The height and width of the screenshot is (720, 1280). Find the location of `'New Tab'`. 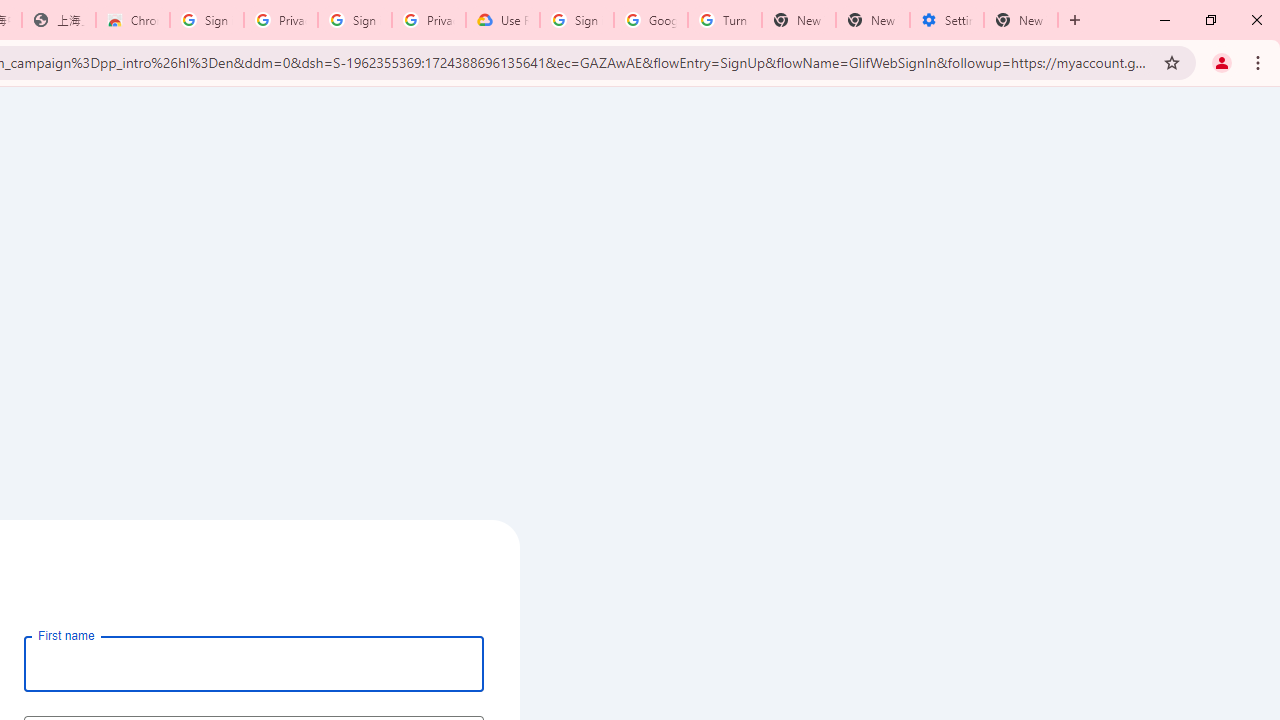

'New Tab' is located at coordinates (1074, 20).